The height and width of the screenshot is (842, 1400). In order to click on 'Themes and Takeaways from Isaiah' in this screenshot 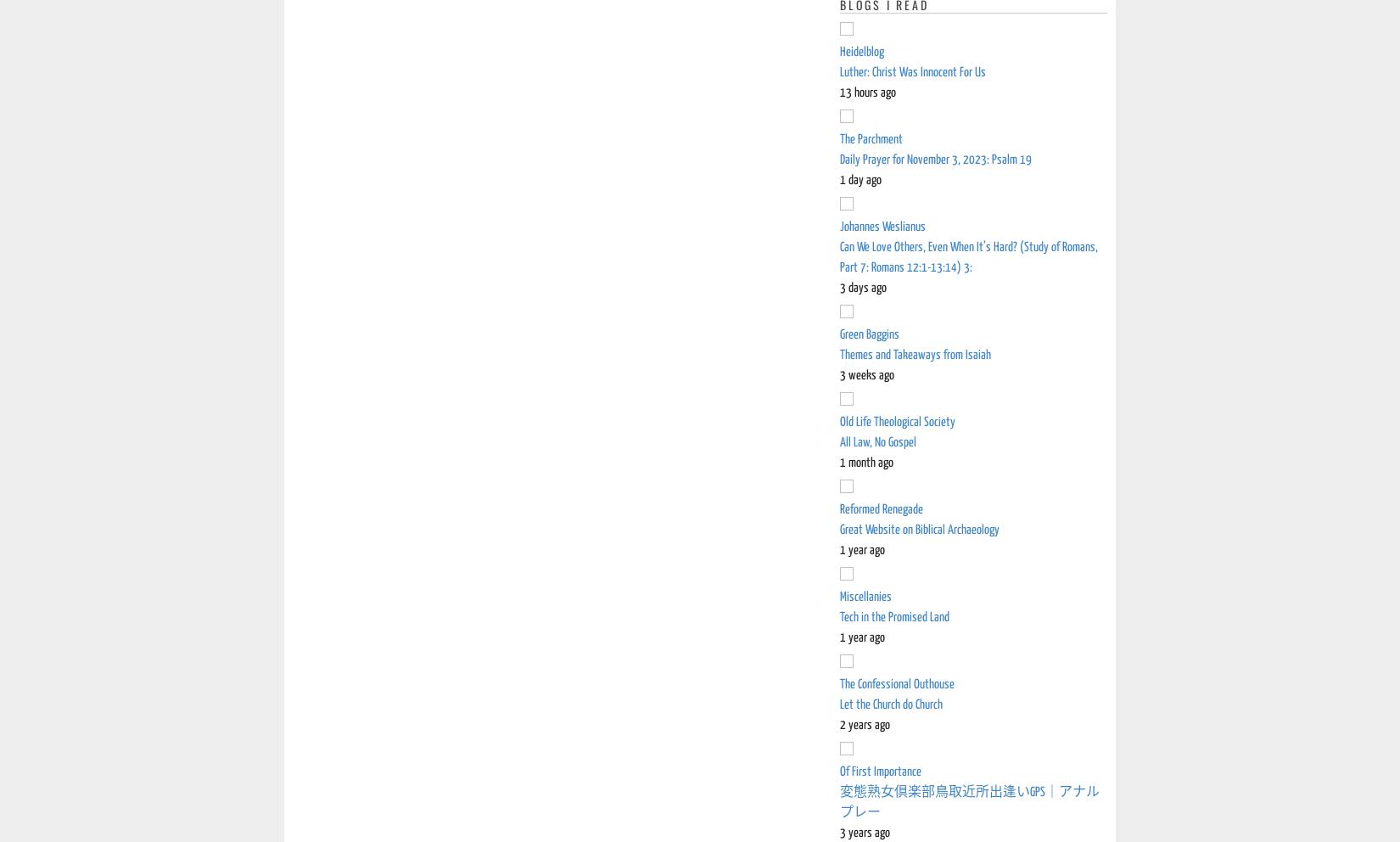, I will do `click(915, 354)`.